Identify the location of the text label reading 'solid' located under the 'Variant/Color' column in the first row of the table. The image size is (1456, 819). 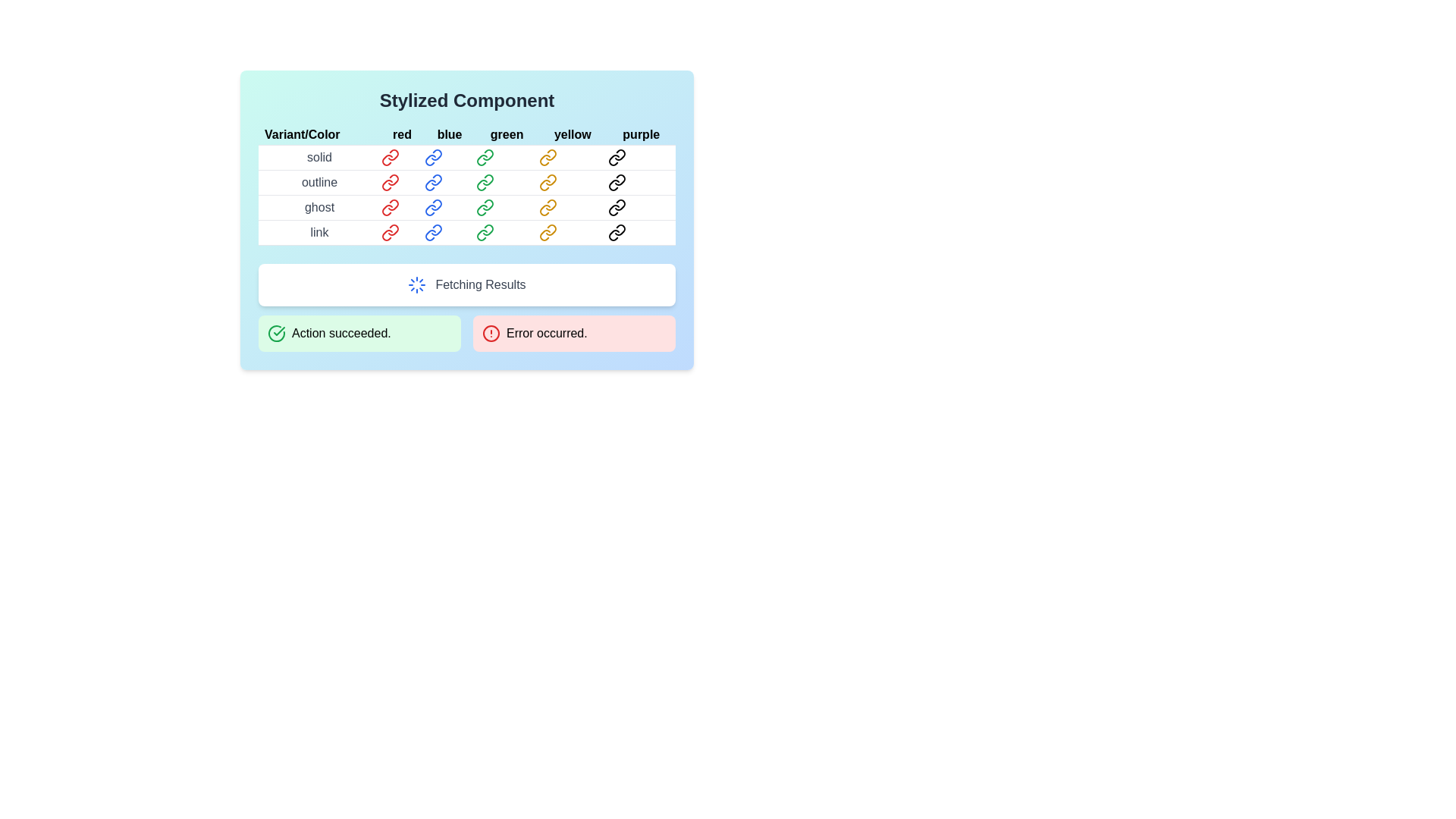
(318, 158).